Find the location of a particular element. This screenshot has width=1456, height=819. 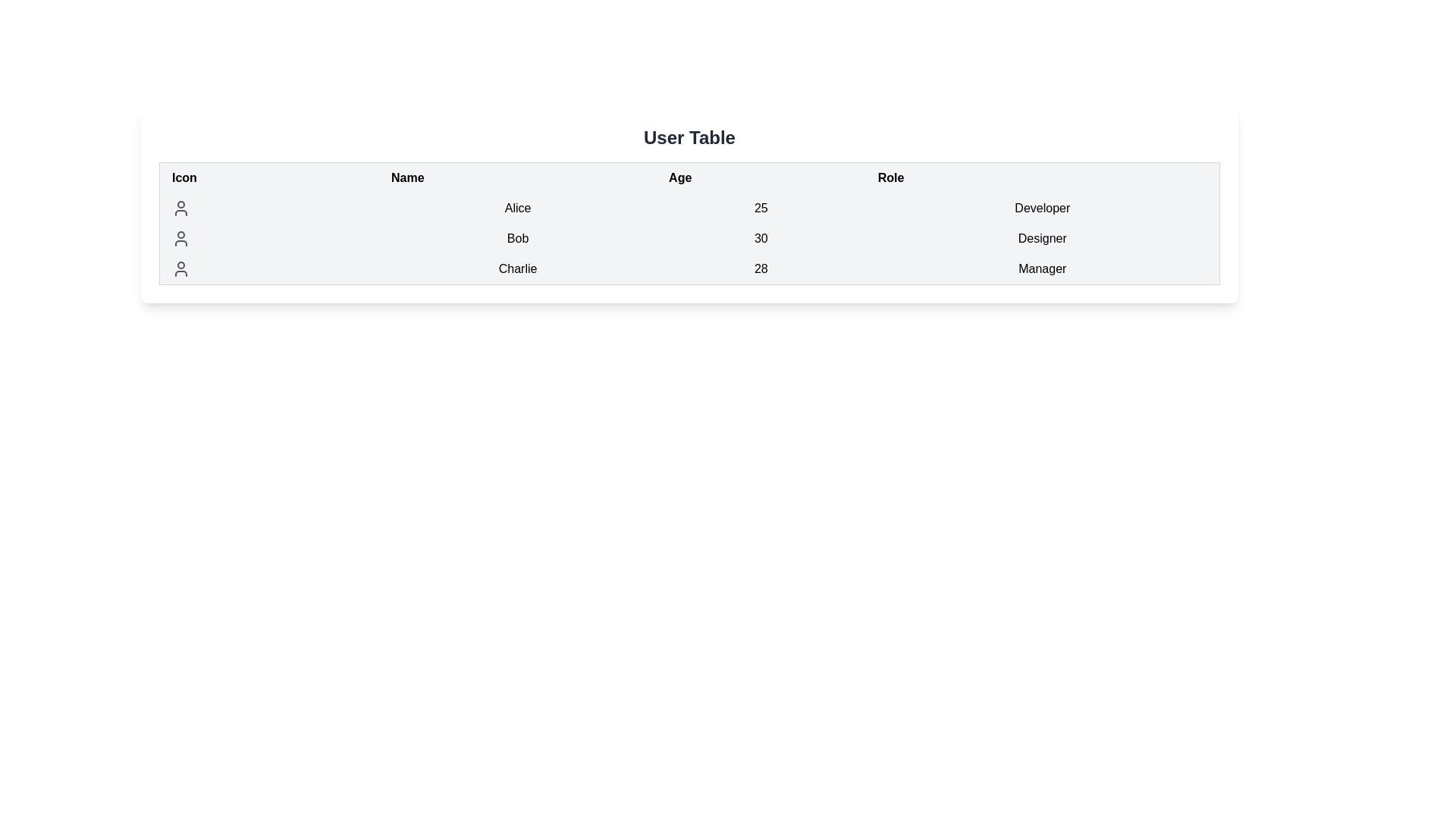

'Age' text label which is the third column header in the table, located between the 'Name' and 'Role' headers is located at coordinates (689, 177).